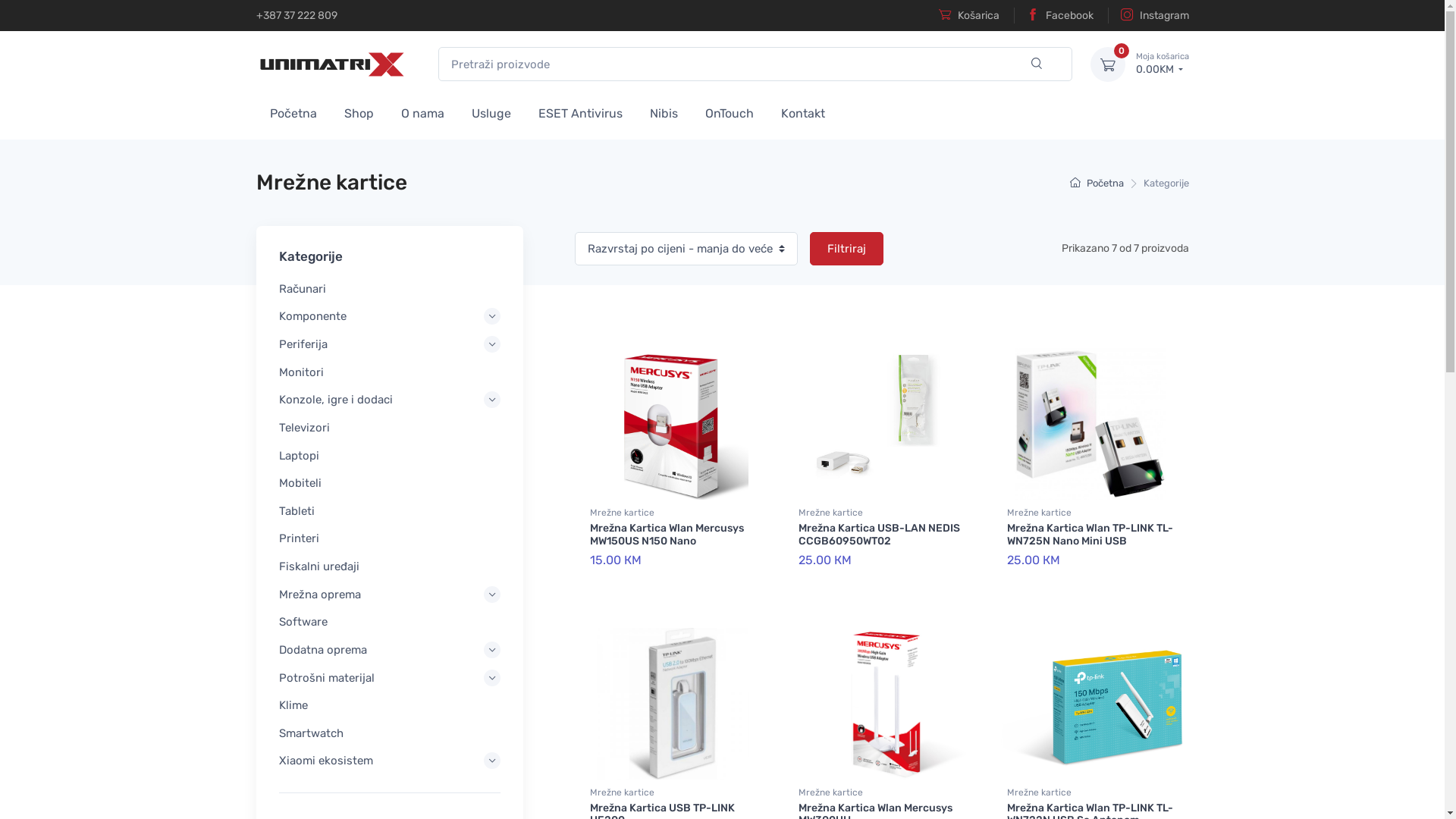 The width and height of the screenshot is (1456, 819). Describe the element at coordinates (389, 372) in the screenshot. I see `'Monitori'` at that location.